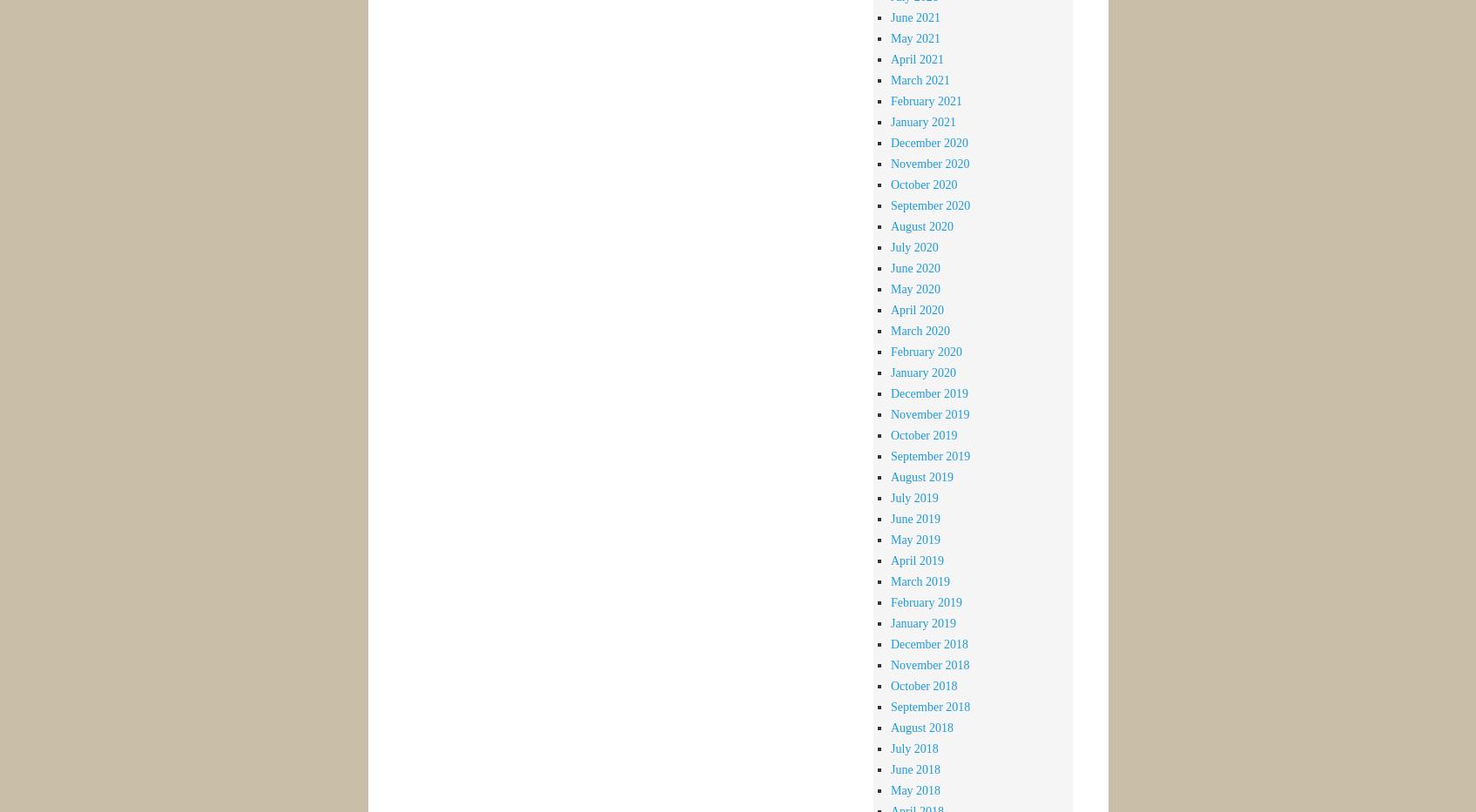 This screenshot has height=812, width=1476. Describe the element at coordinates (922, 371) in the screenshot. I see `'January 2020'` at that location.